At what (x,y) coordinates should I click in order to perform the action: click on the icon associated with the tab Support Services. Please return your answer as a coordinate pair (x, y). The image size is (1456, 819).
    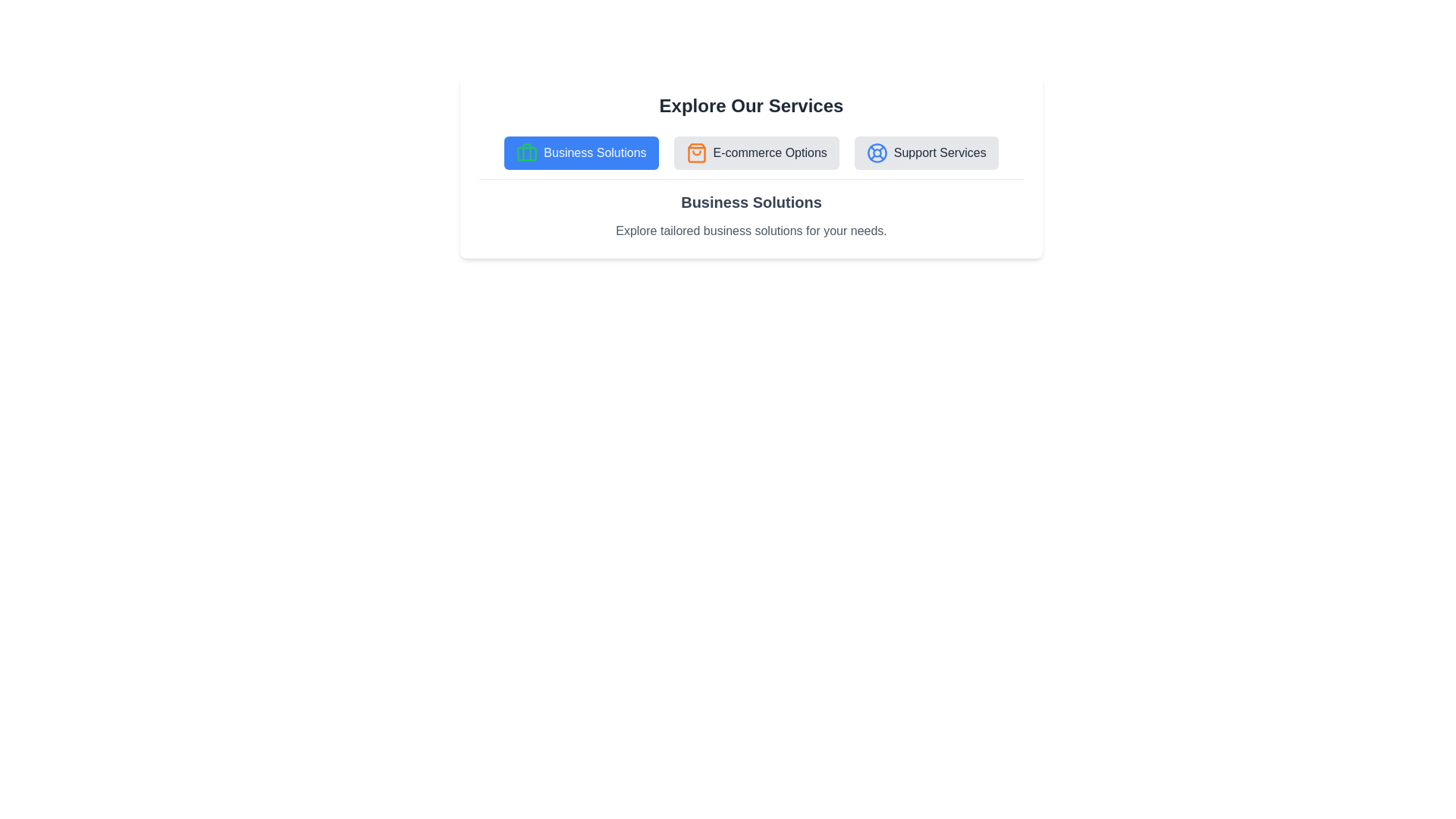
    Looking at the image, I should click on (877, 152).